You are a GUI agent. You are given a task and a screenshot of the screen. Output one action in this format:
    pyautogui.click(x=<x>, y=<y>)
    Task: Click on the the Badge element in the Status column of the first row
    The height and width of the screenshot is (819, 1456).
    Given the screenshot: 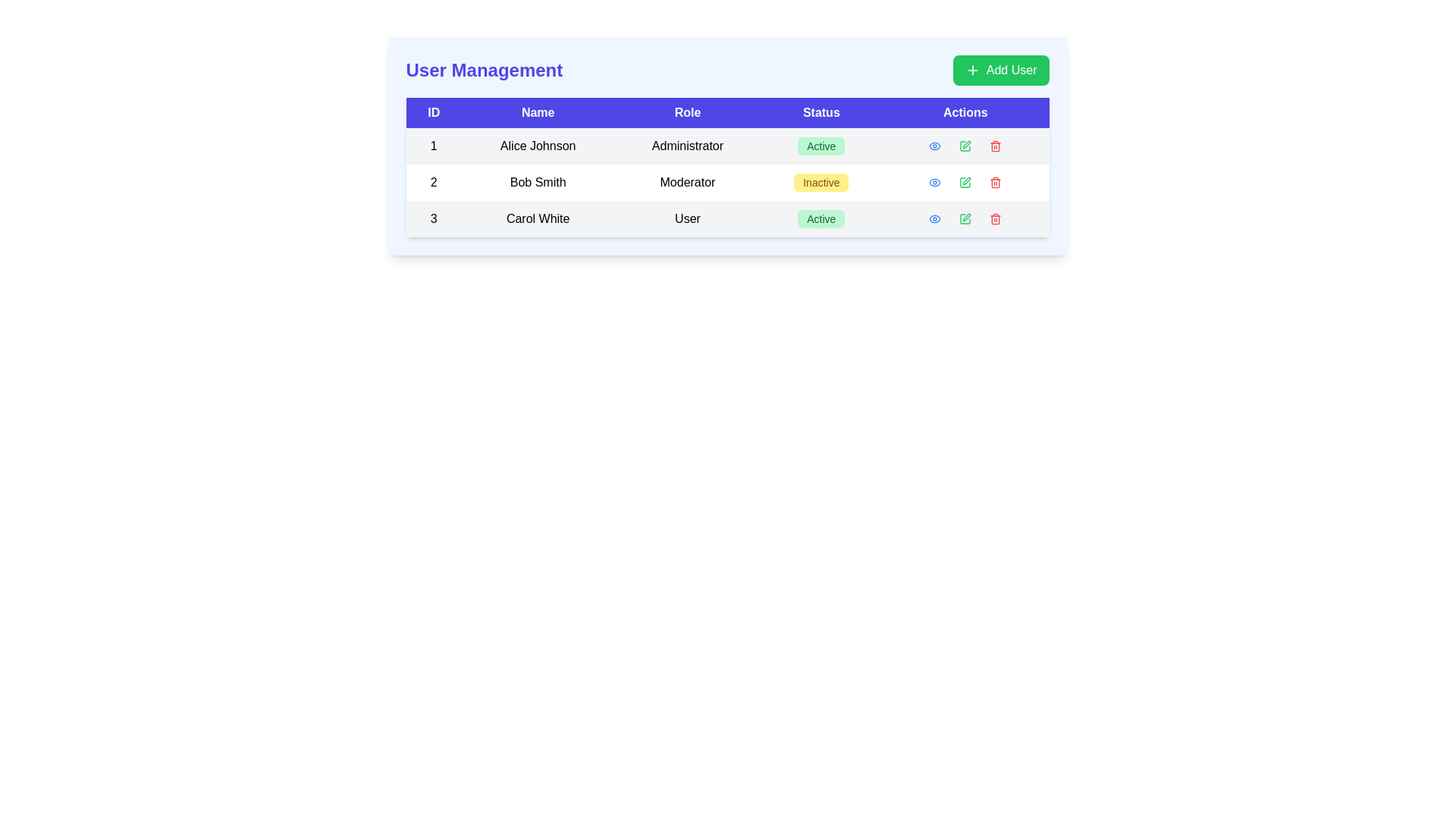 What is the action you would take?
    pyautogui.click(x=821, y=146)
    